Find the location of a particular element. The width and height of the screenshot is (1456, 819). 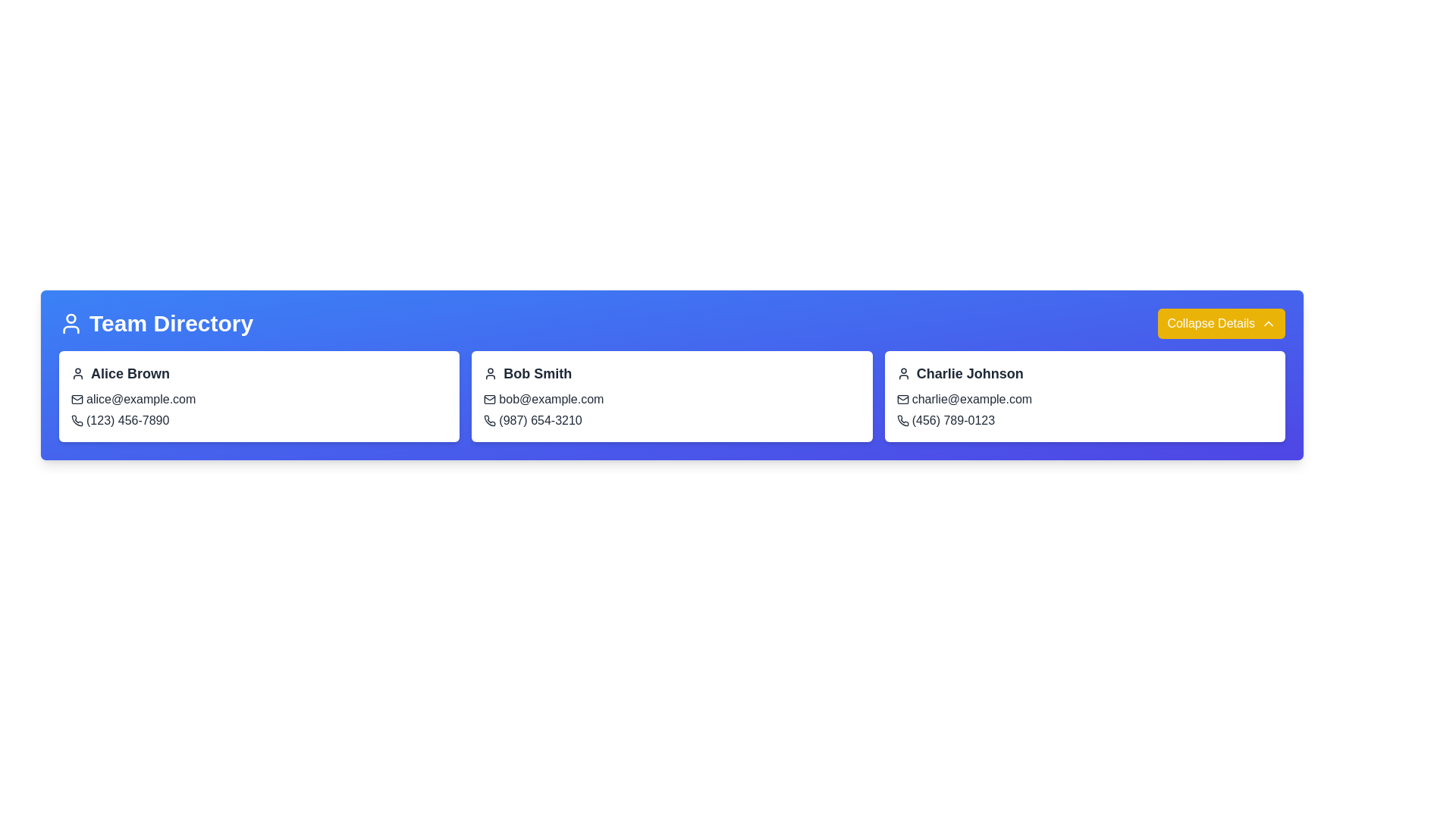

the user name label displaying 'Charlie Johnson' with an associated user icon on the first card in the team member list is located at coordinates (959, 374).